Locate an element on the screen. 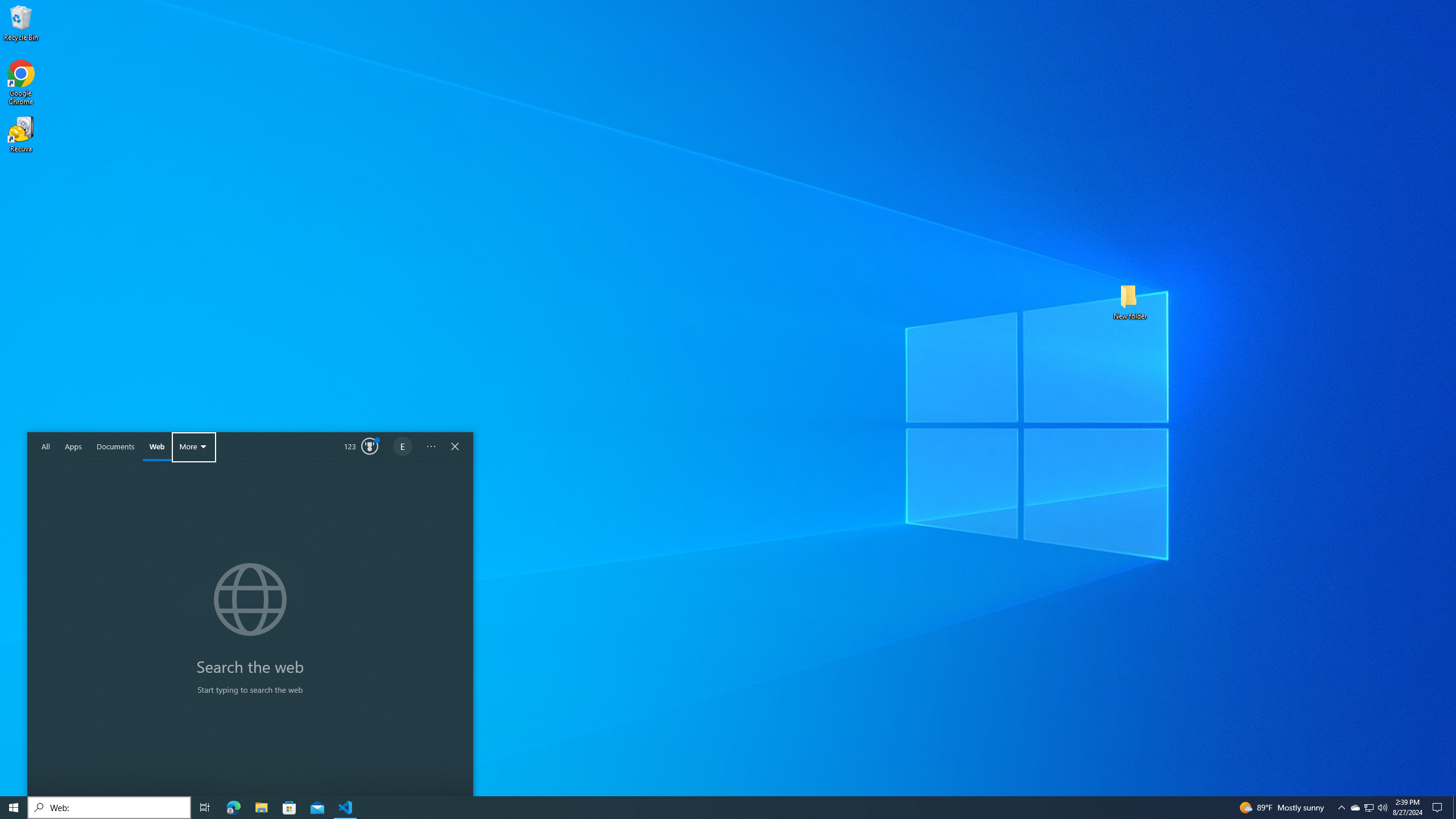 The height and width of the screenshot is (819, 1456). 'Documents' is located at coordinates (157, 446).